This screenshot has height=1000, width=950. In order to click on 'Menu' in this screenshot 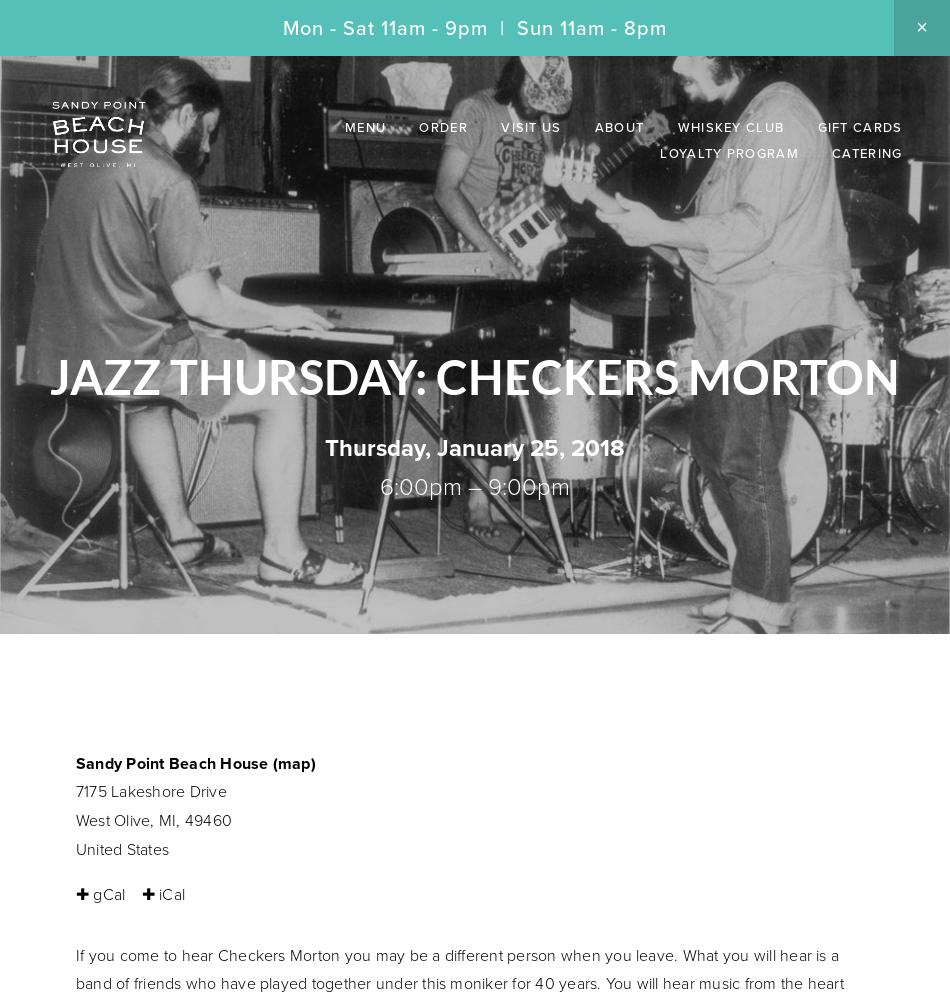, I will do `click(364, 127)`.